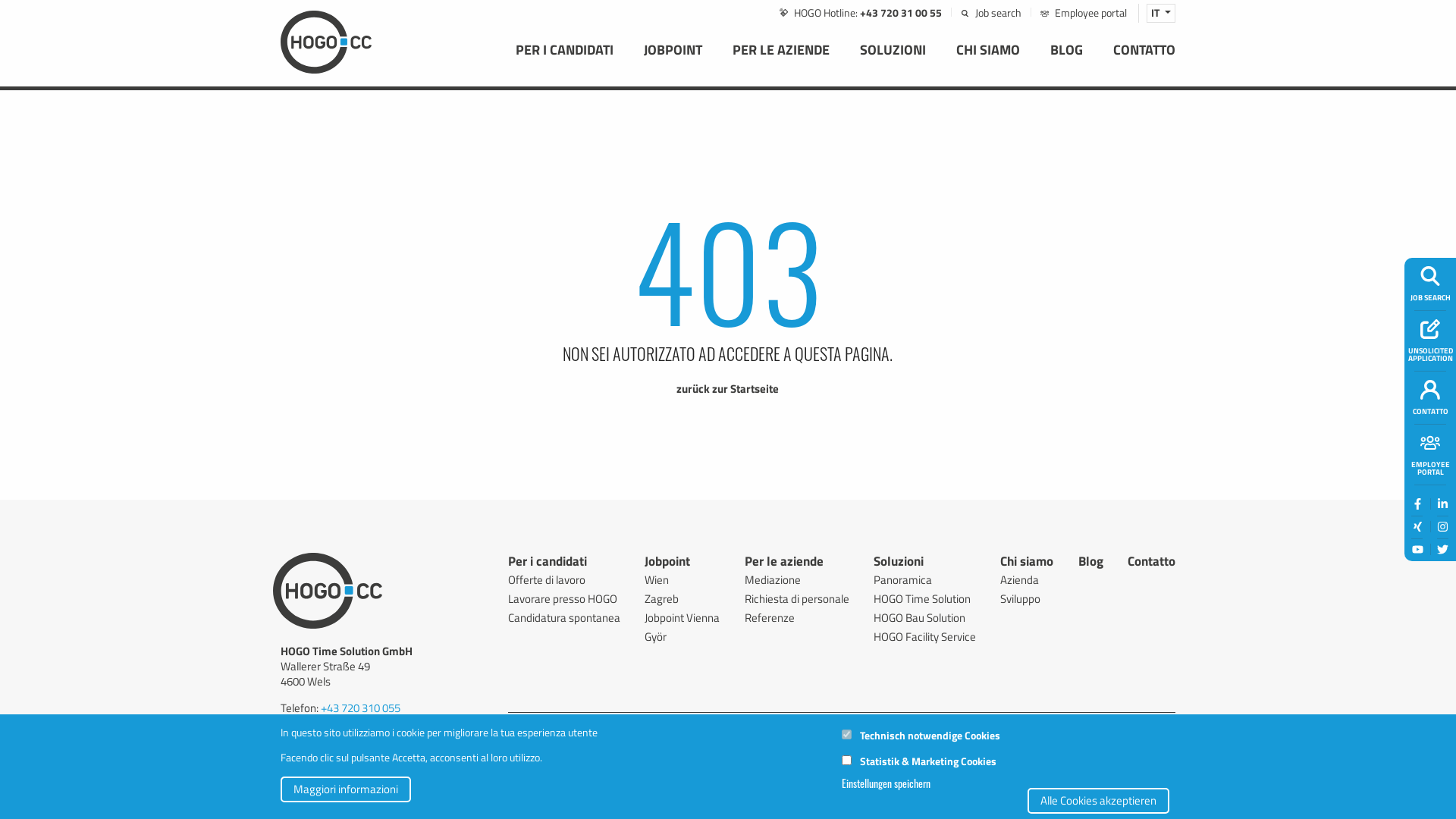 The width and height of the screenshot is (1456, 819). I want to click on 'Azienda', so click(1026, 579).